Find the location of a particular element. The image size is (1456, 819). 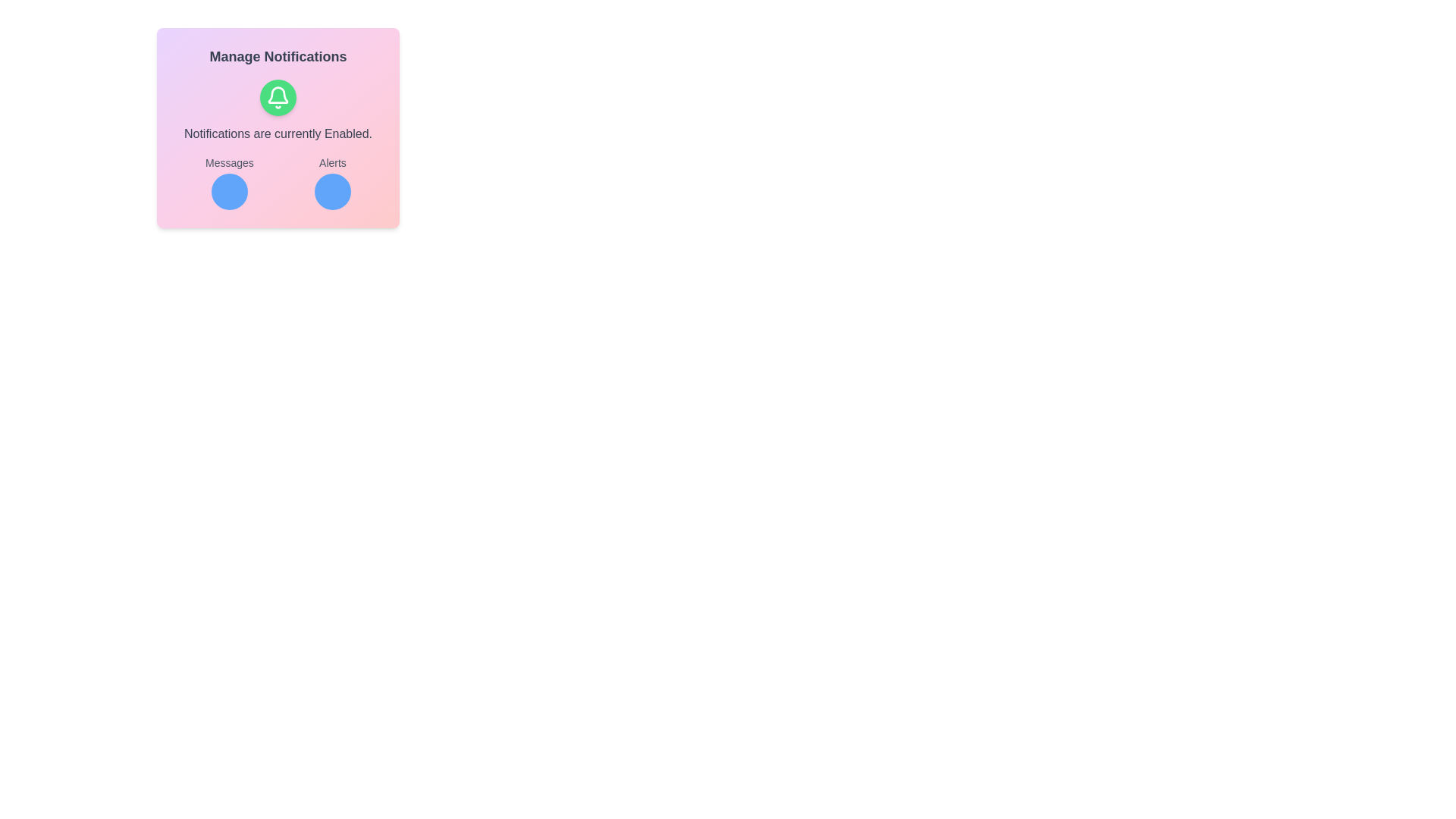

the informational text label indicating the current state of notifications as 'Enabled', located in the 'Manage Notifications' section beneath the green bell icon is located at coordinates (346, 133).